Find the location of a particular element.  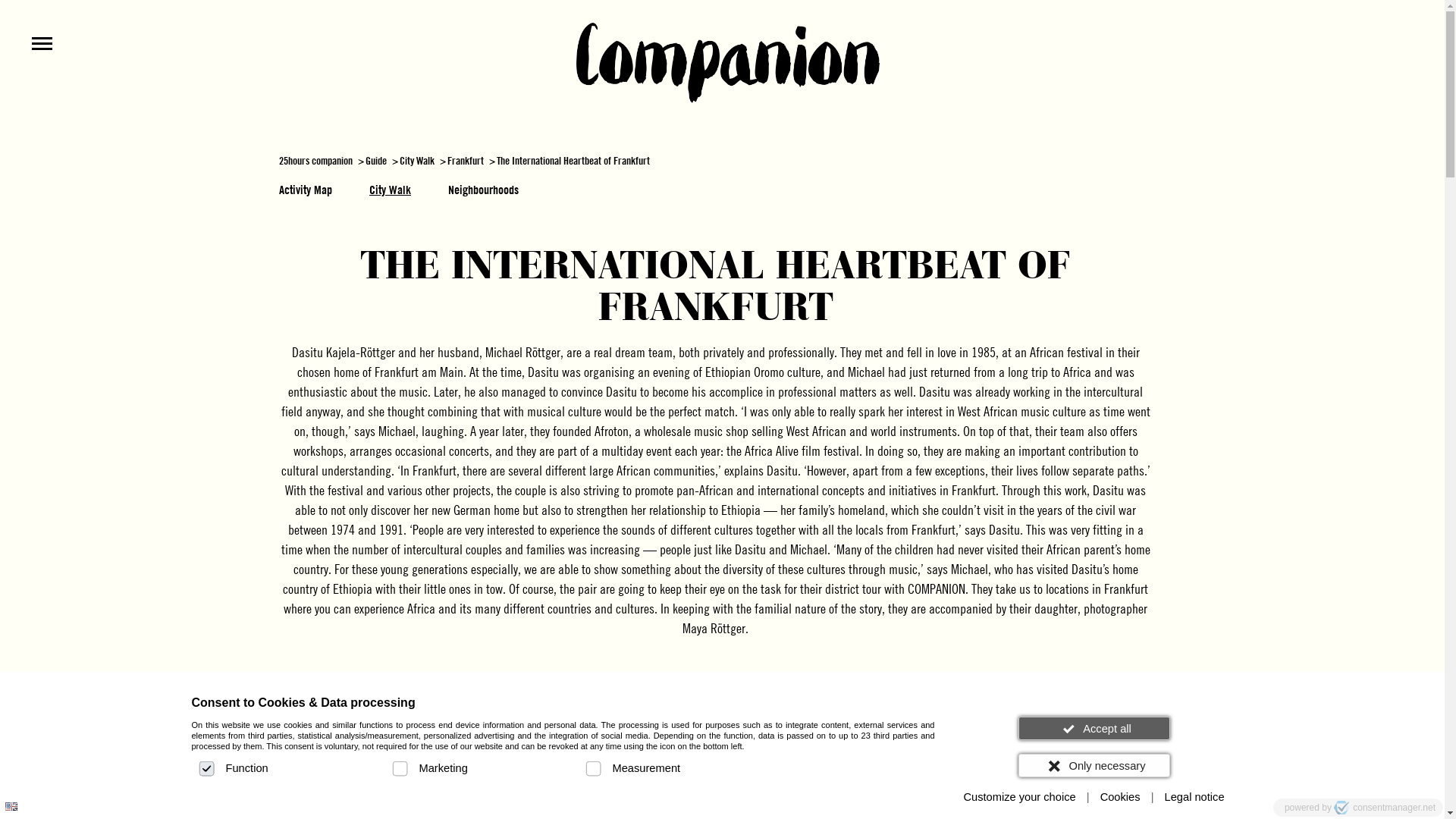

'Cookies' is located at coordinates (1120, 796).